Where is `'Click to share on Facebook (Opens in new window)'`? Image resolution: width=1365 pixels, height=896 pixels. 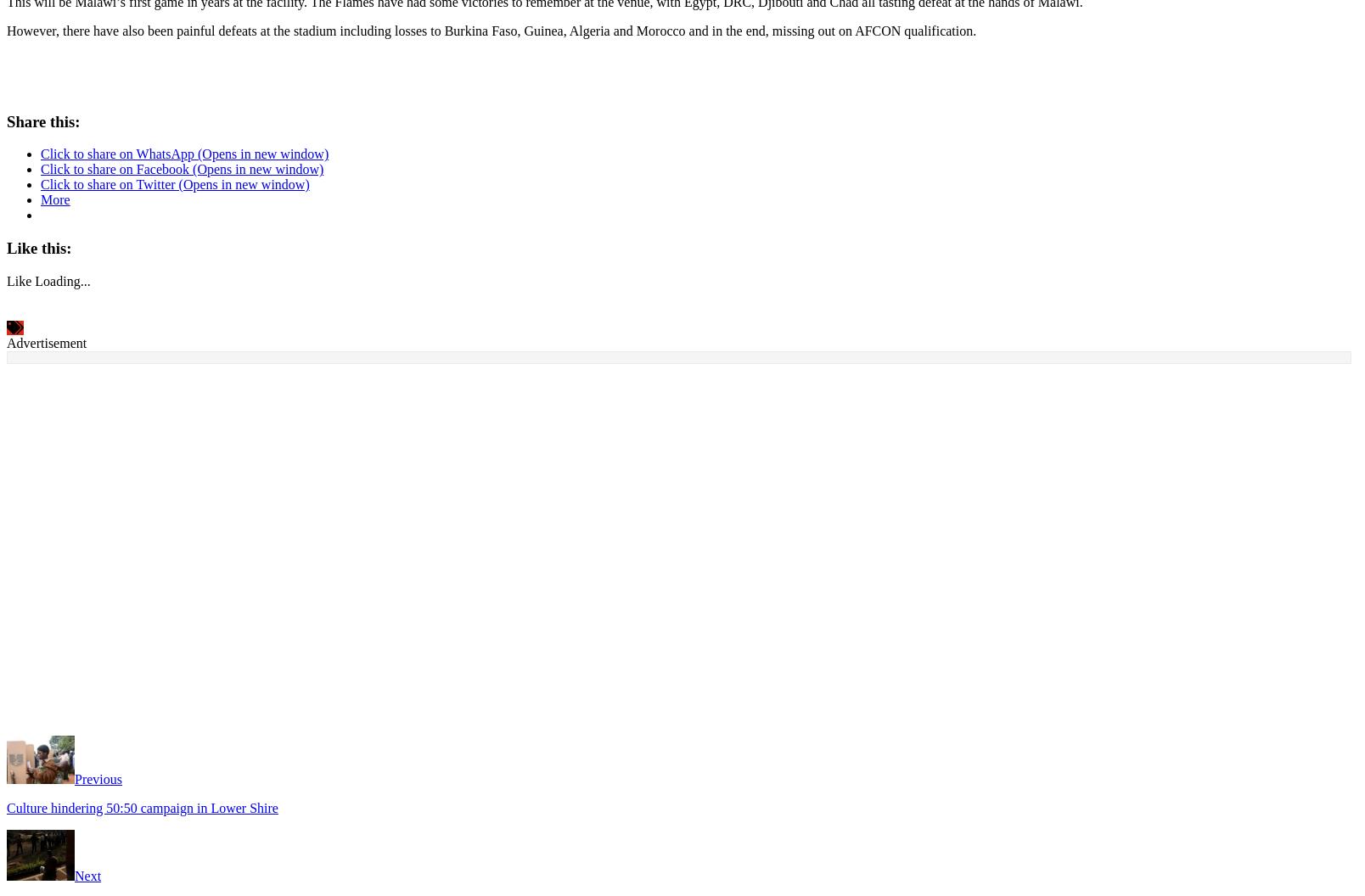 'Click to share on Facebook (Opens in new window)' is located at coordinates (182, 165).